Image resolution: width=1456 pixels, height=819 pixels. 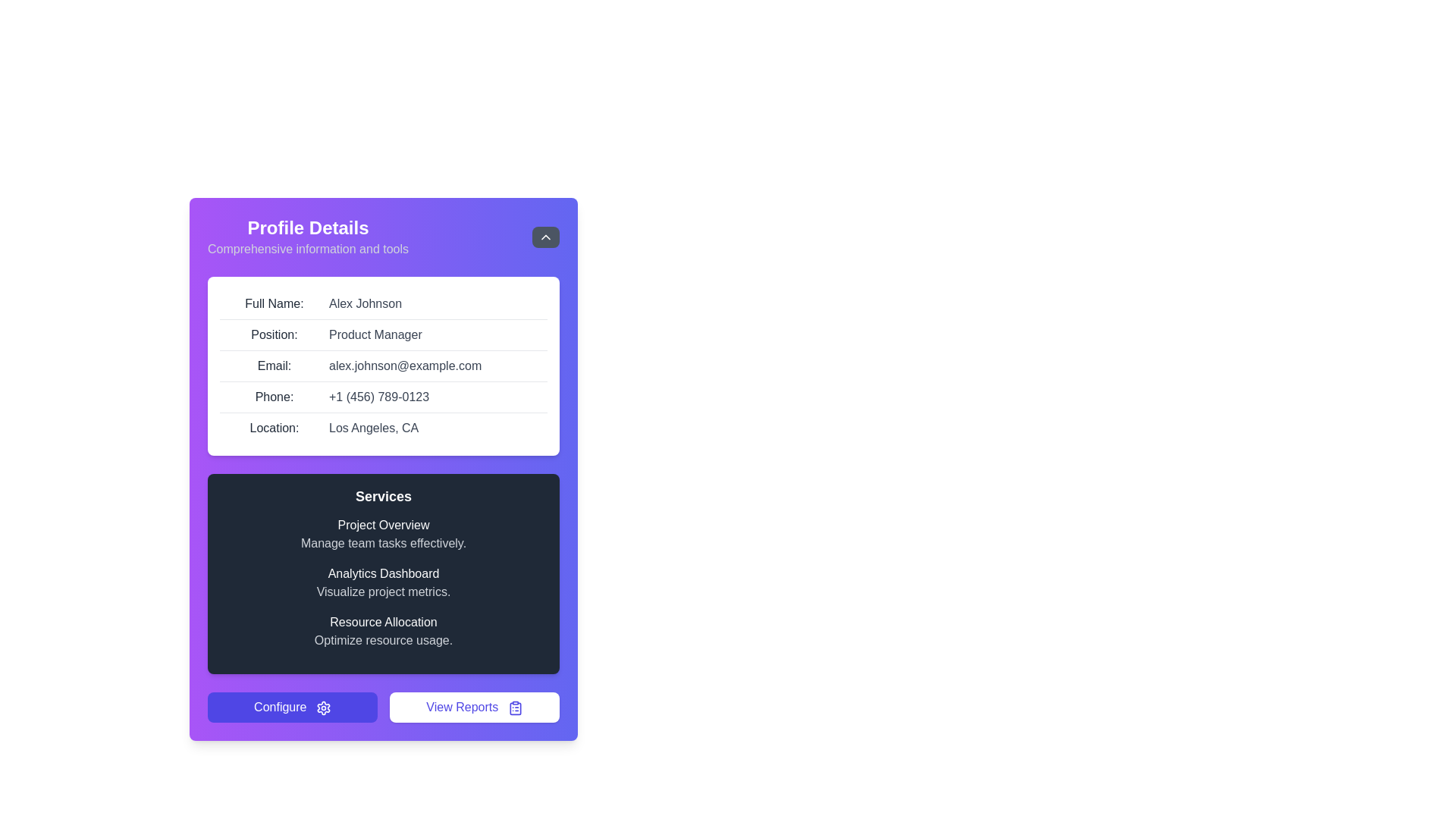 I want to click on the text block displaying 'Visualize project metrics.' located below the title 'Analytics Dashboard' in the 'Services' panel, so click(x=383, y=591).